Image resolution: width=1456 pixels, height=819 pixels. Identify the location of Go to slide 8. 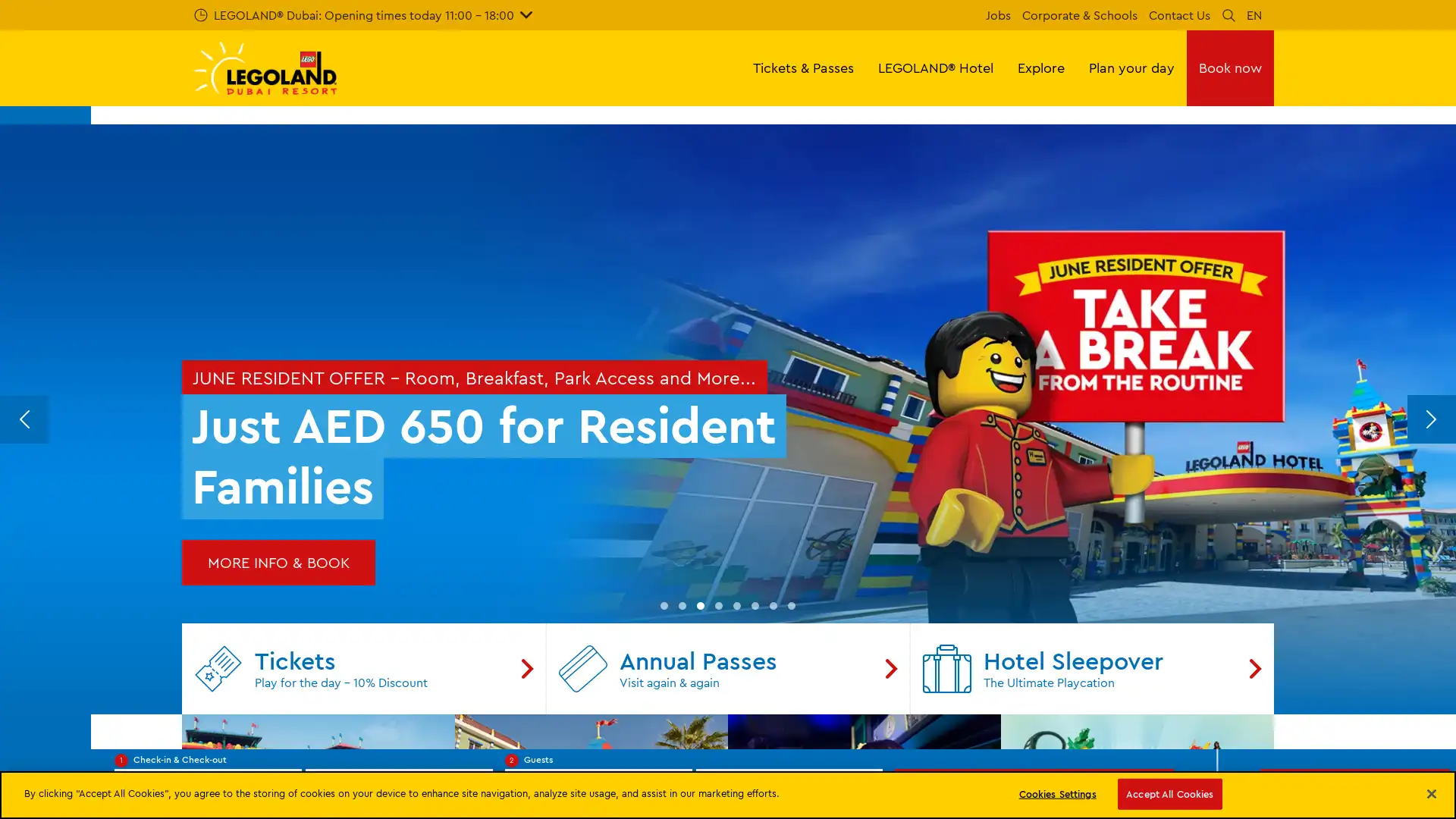
(790, 604).